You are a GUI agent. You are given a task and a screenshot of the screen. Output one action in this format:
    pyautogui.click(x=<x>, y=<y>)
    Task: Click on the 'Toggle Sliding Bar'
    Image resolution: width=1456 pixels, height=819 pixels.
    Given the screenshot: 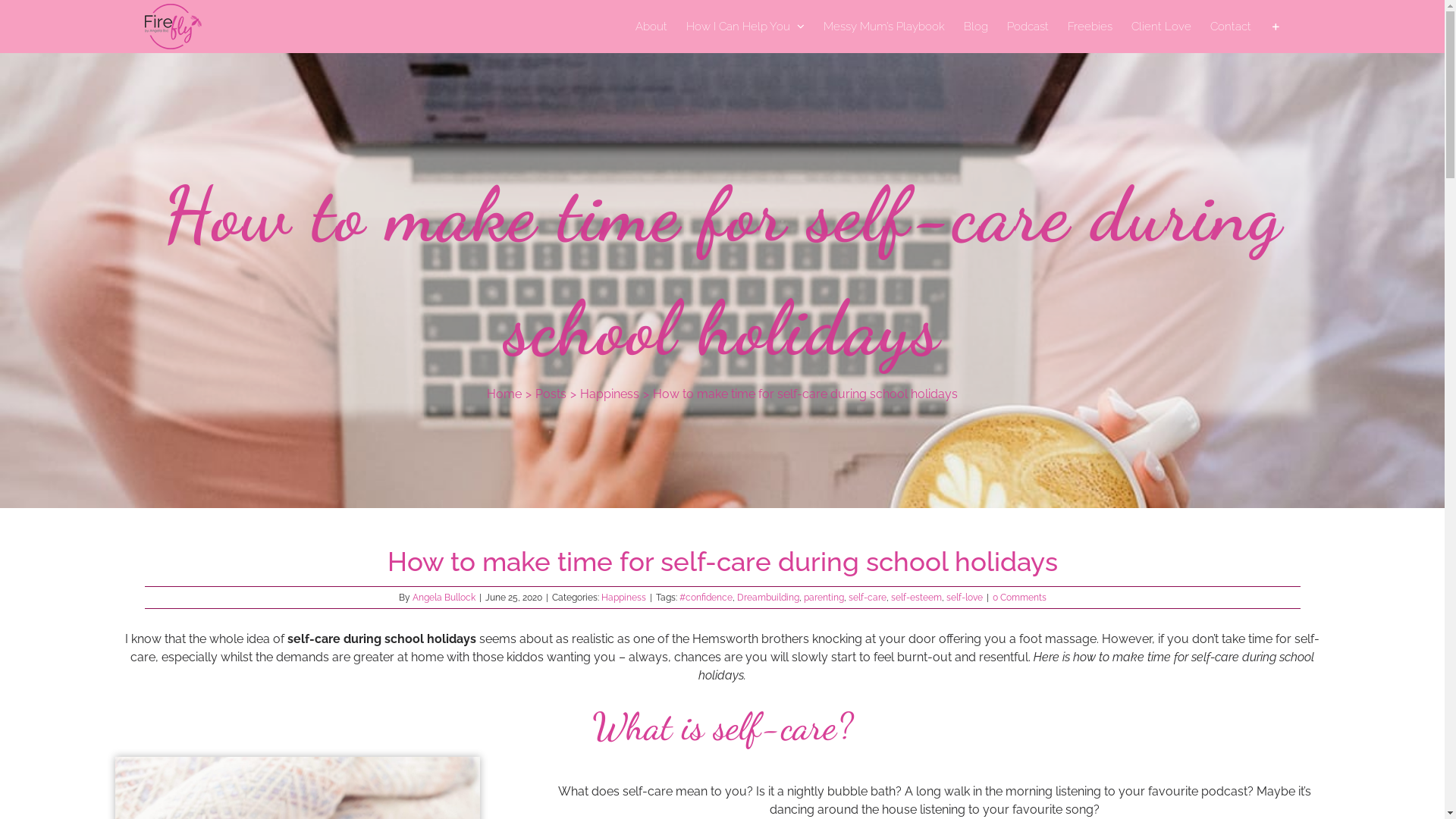 What is the action you would take?
    pyautogui.click(x=1274, y=26)
    